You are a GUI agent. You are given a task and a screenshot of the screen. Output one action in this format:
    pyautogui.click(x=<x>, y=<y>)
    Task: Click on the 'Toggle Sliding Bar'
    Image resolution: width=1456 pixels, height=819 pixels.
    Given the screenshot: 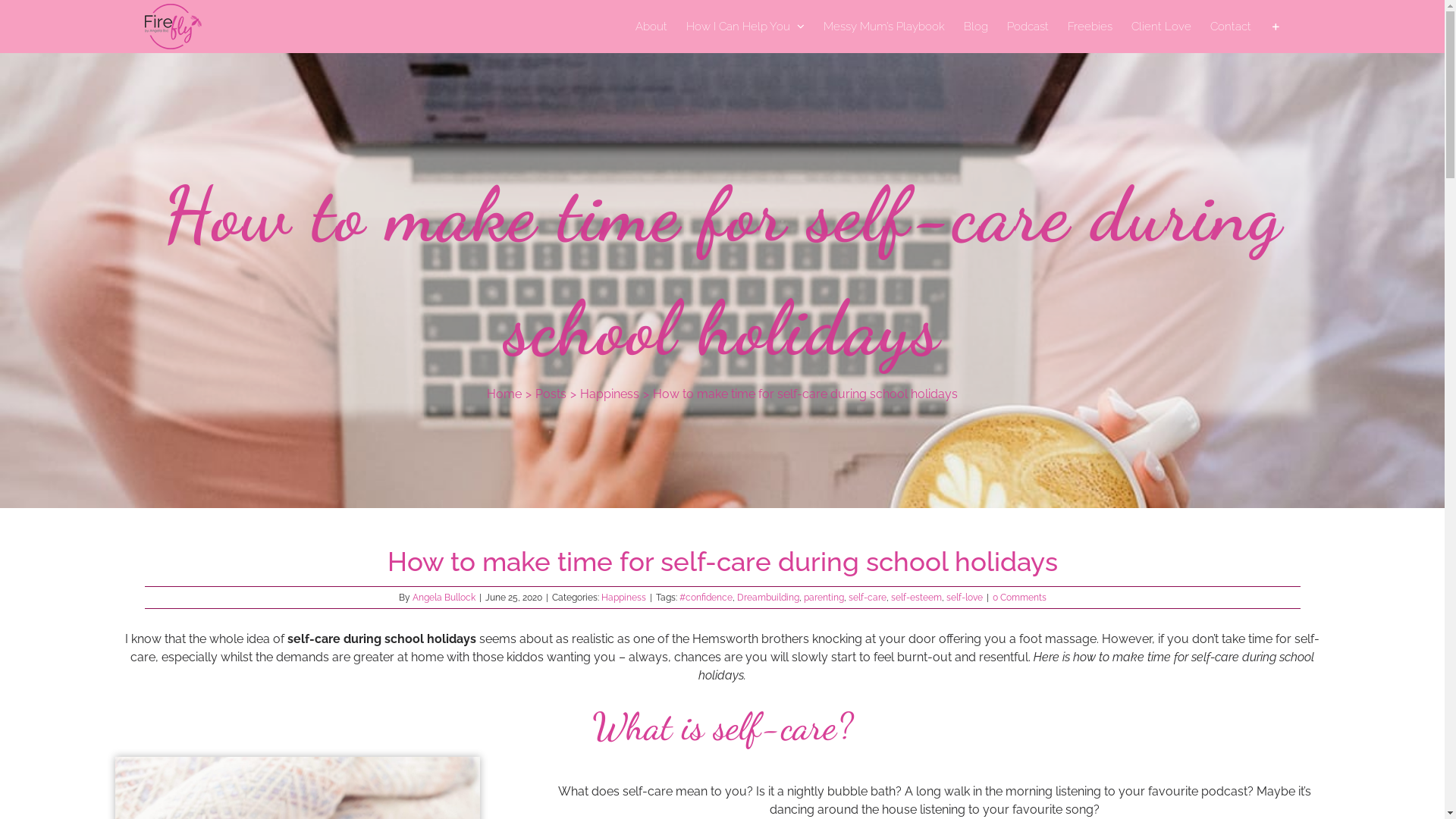 What is the action you would take?
    pyautogui.click(x=1274, y=26)
    